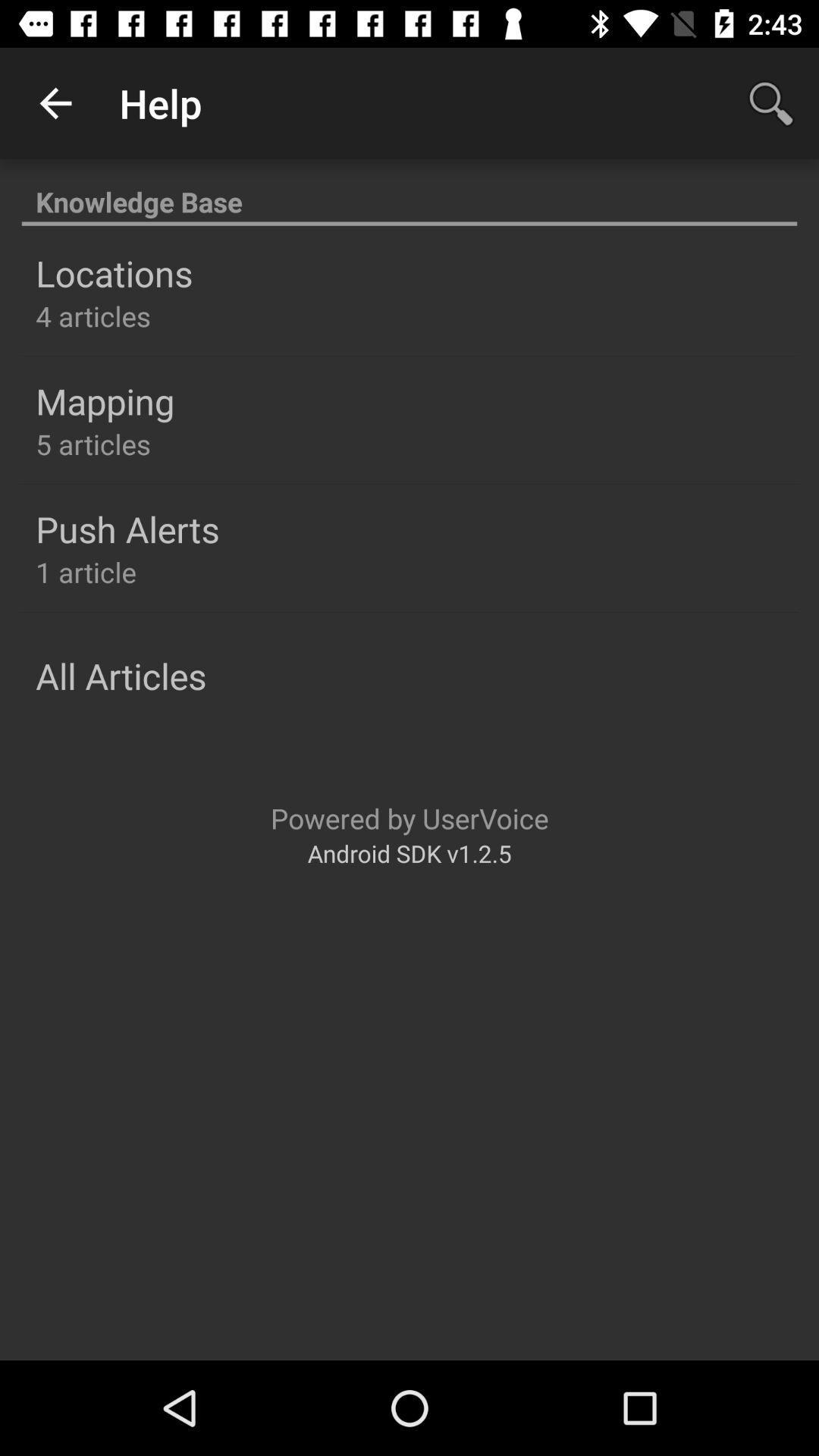 The image size is (819, 1456). What do you see at coordinates (127, 529) in the screenshot?
I see `the push alerts icon` at bounding box center [127, 529].